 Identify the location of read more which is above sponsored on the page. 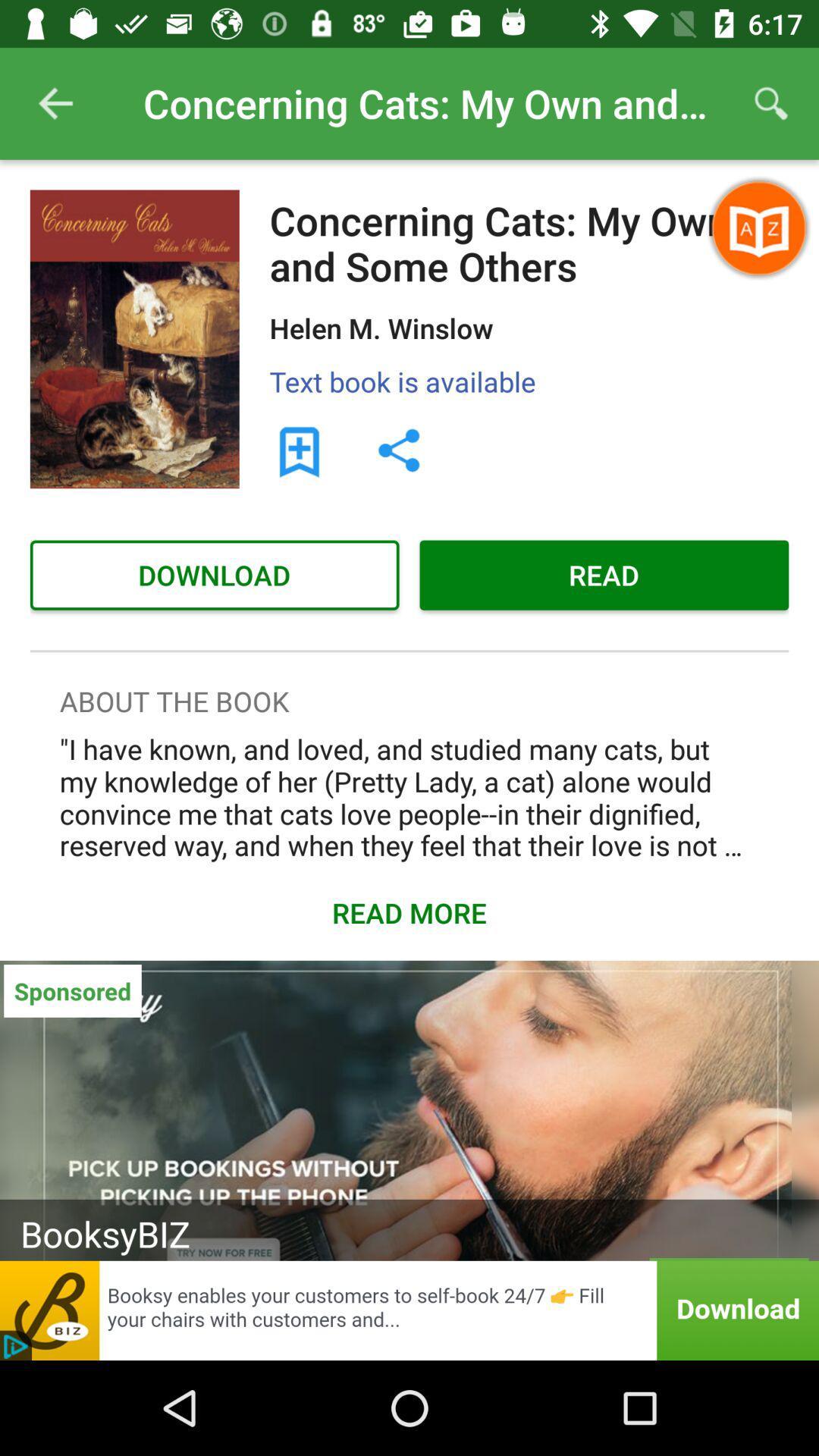
(409, 912).